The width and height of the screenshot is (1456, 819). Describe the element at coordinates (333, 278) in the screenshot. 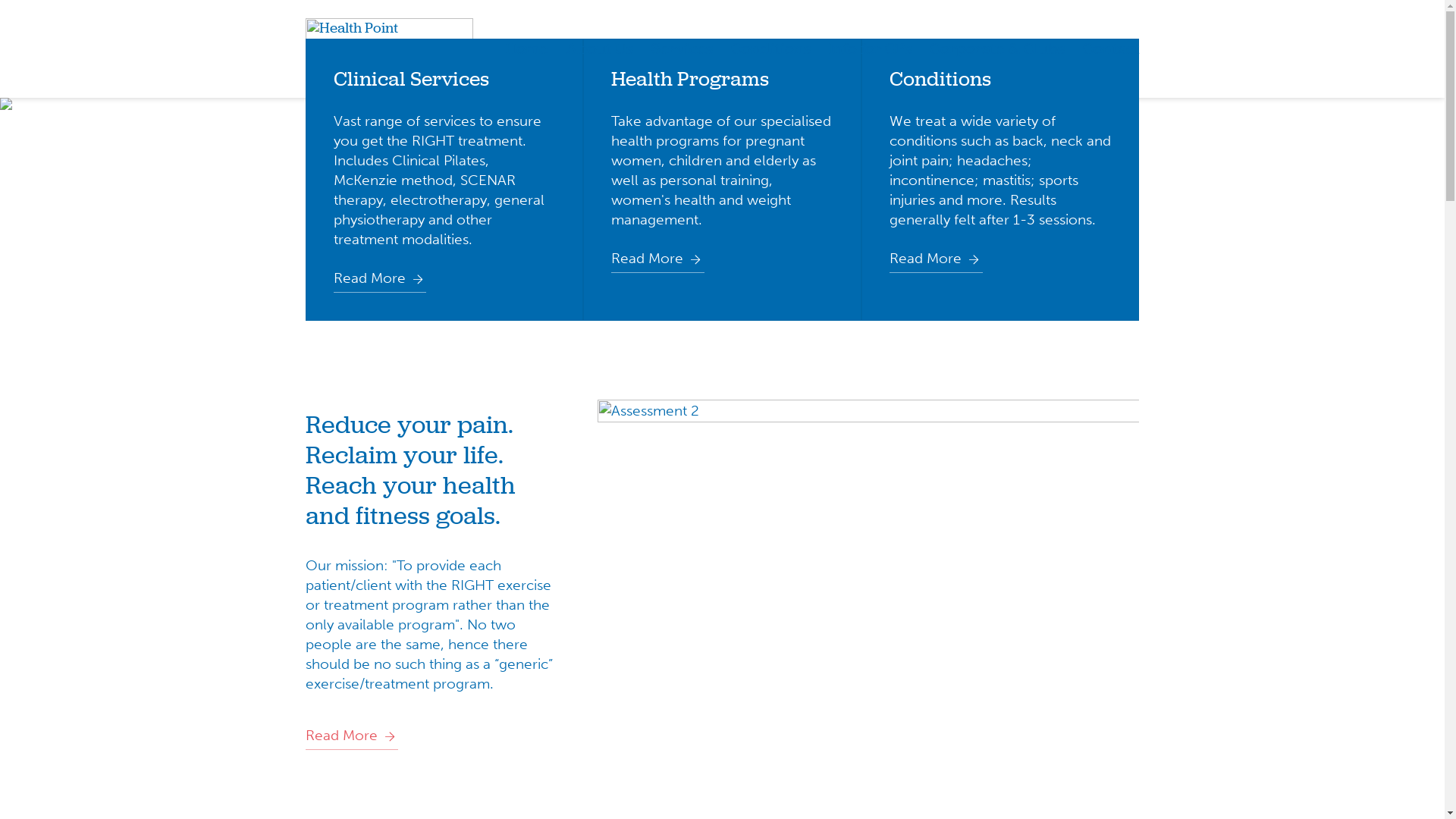

I see `'Read More'` at that location.